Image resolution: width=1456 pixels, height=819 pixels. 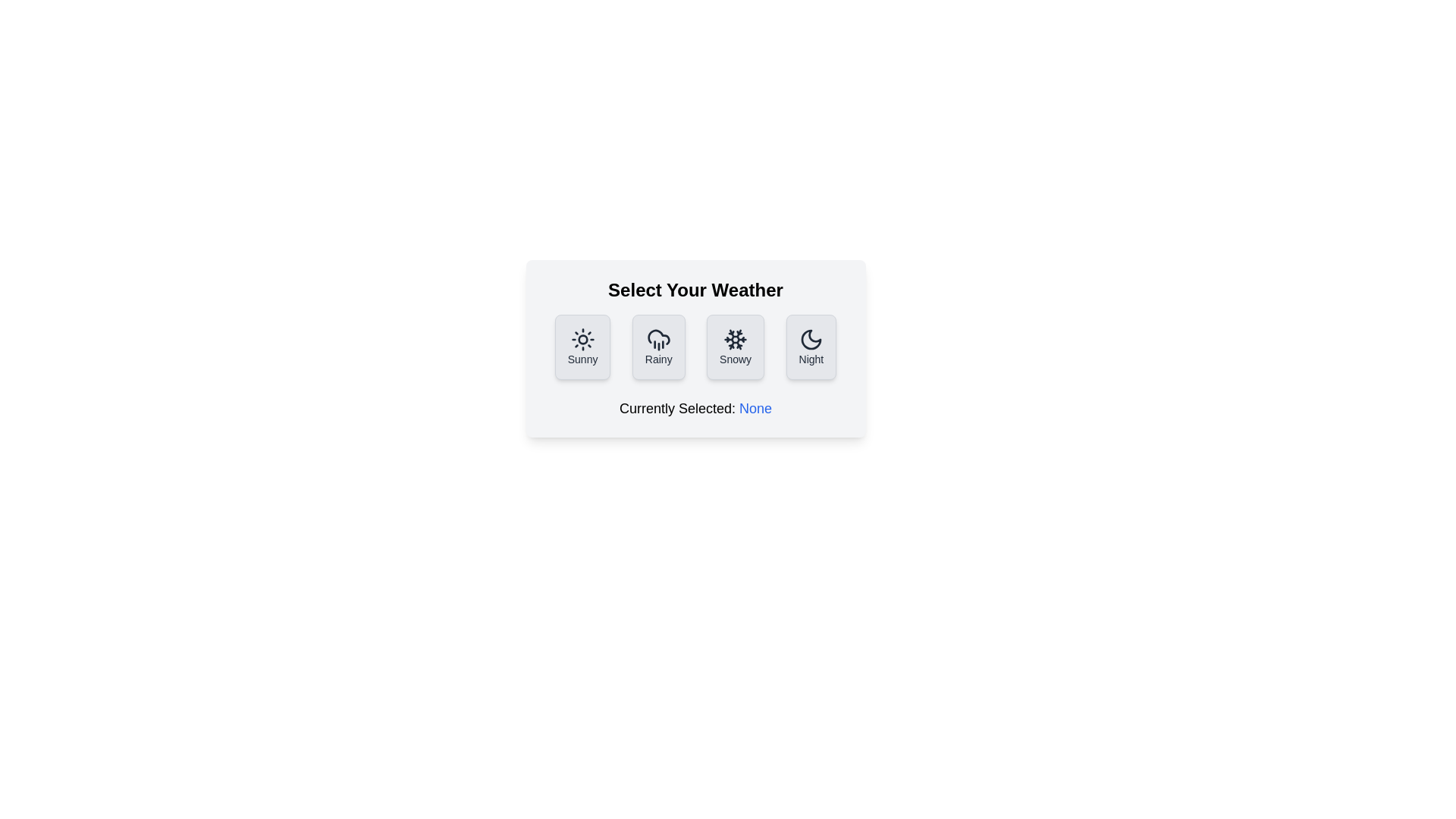 I want to click on text label 'Select Your Weather' which is a bold header at the top of the white rectangular card, so click(x=695, y=290).